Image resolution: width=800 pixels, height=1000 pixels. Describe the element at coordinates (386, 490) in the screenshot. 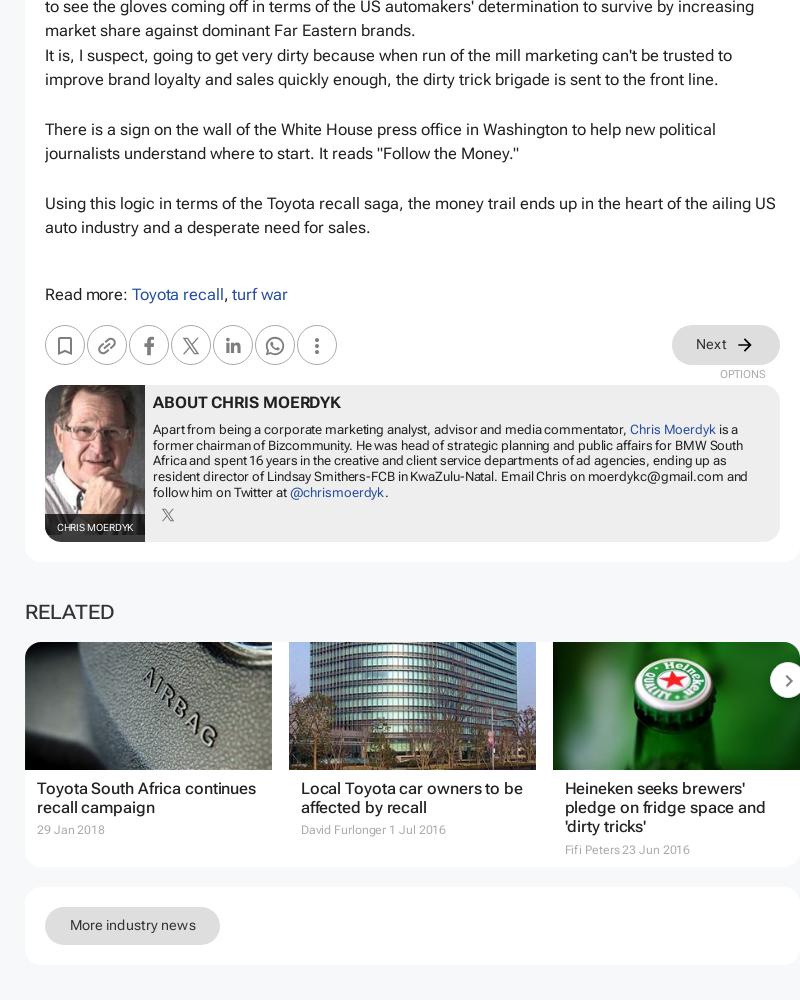

I see `'.'` at that location.